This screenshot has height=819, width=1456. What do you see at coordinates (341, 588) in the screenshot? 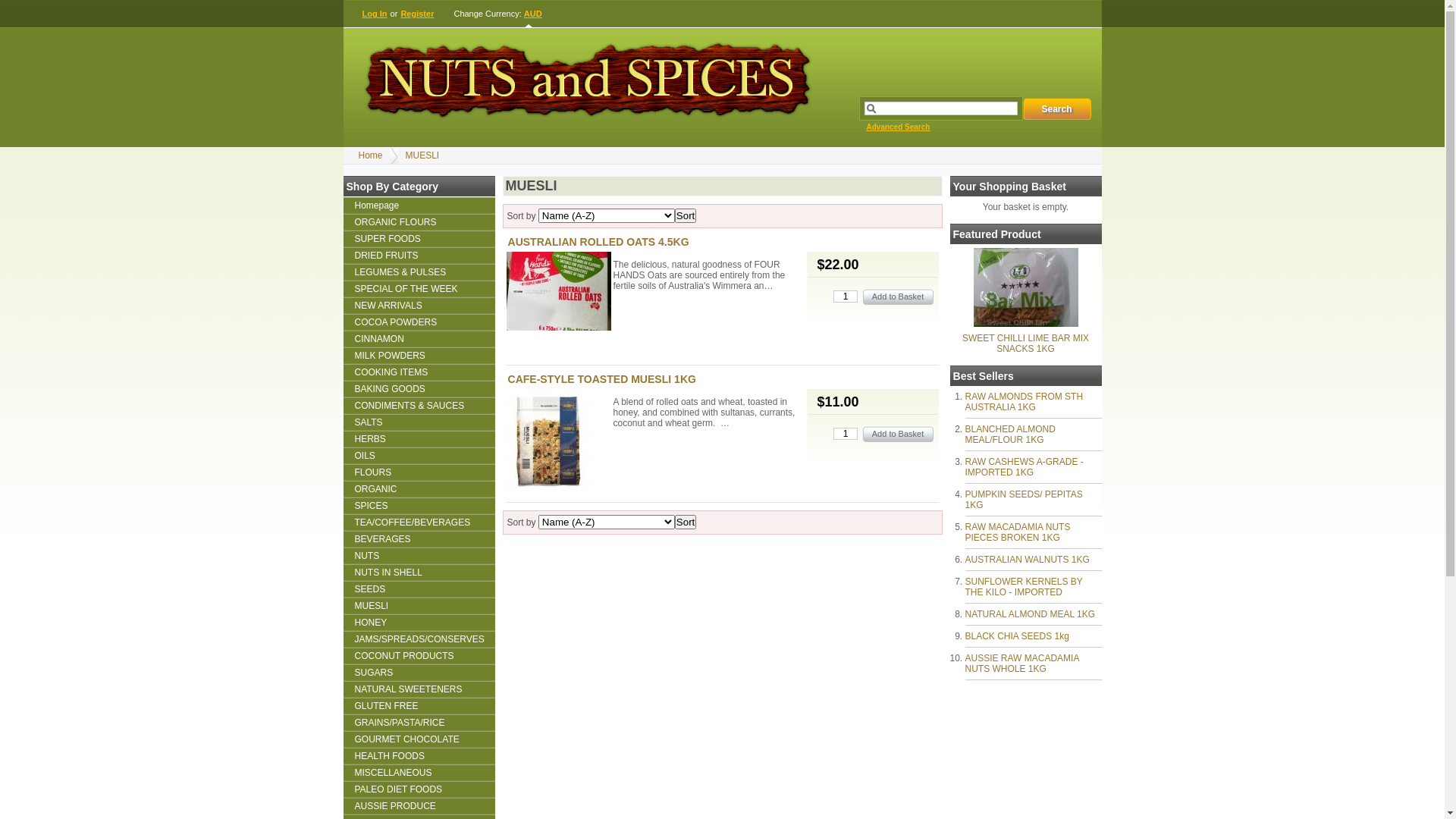
I see `'SEEDS'` at bounding box center [341, 588].